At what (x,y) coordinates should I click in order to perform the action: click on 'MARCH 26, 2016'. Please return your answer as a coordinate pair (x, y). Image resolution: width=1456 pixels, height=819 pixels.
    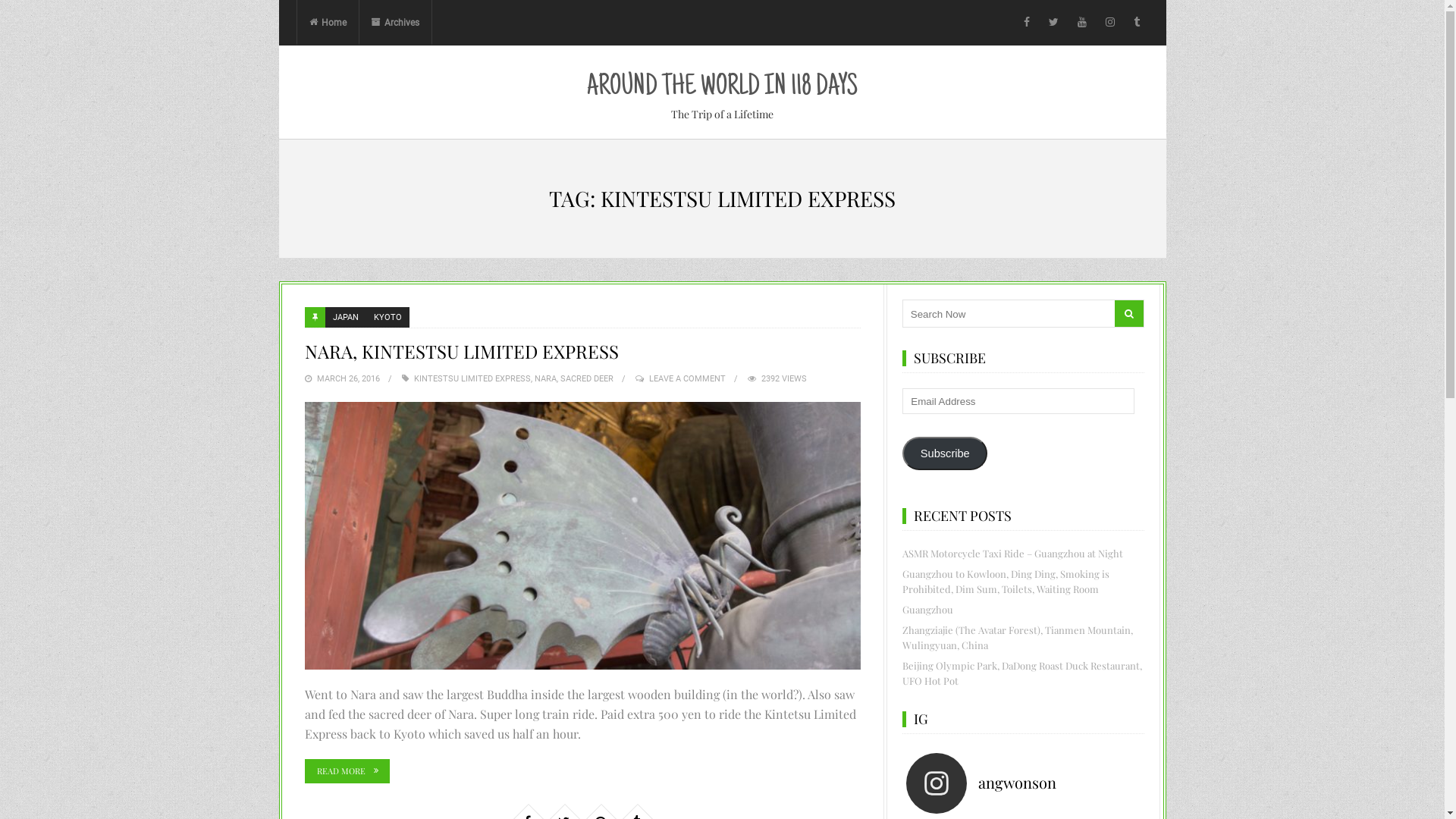
    Looking at the image, I should click on (347, 378).